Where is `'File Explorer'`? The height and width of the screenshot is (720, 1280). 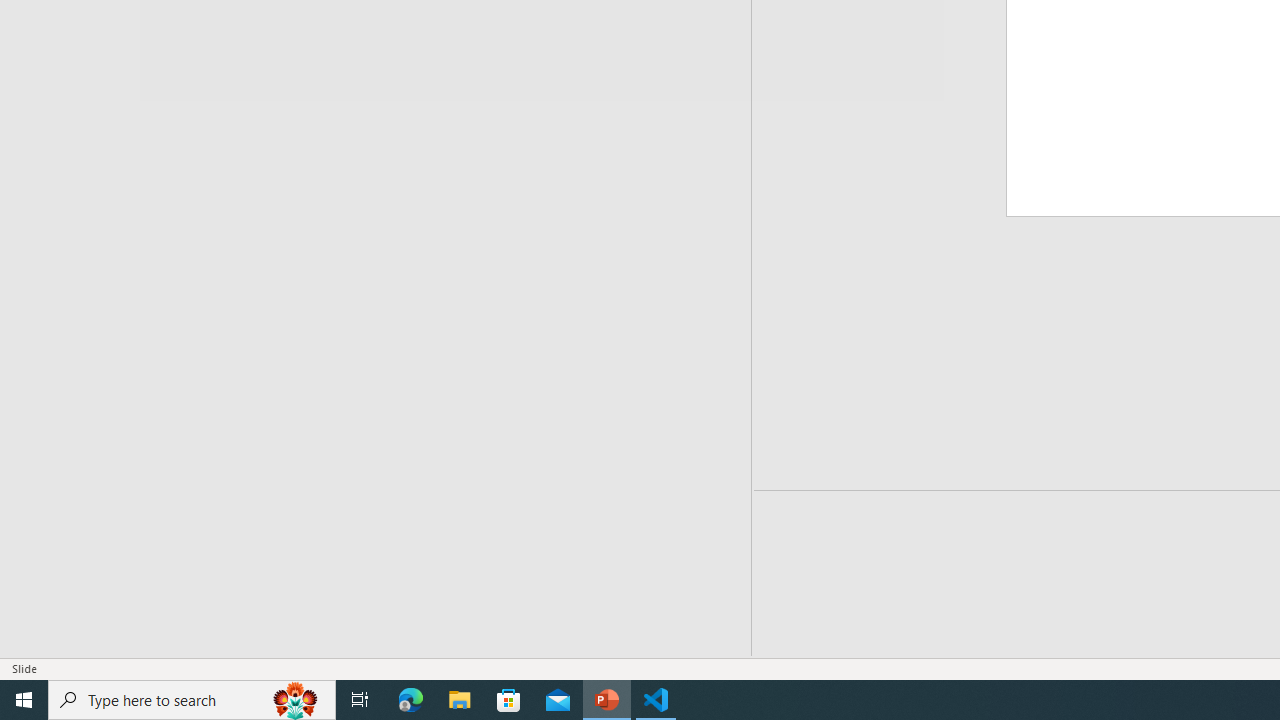 'File Explorer' is located at coordinates (459, 698).